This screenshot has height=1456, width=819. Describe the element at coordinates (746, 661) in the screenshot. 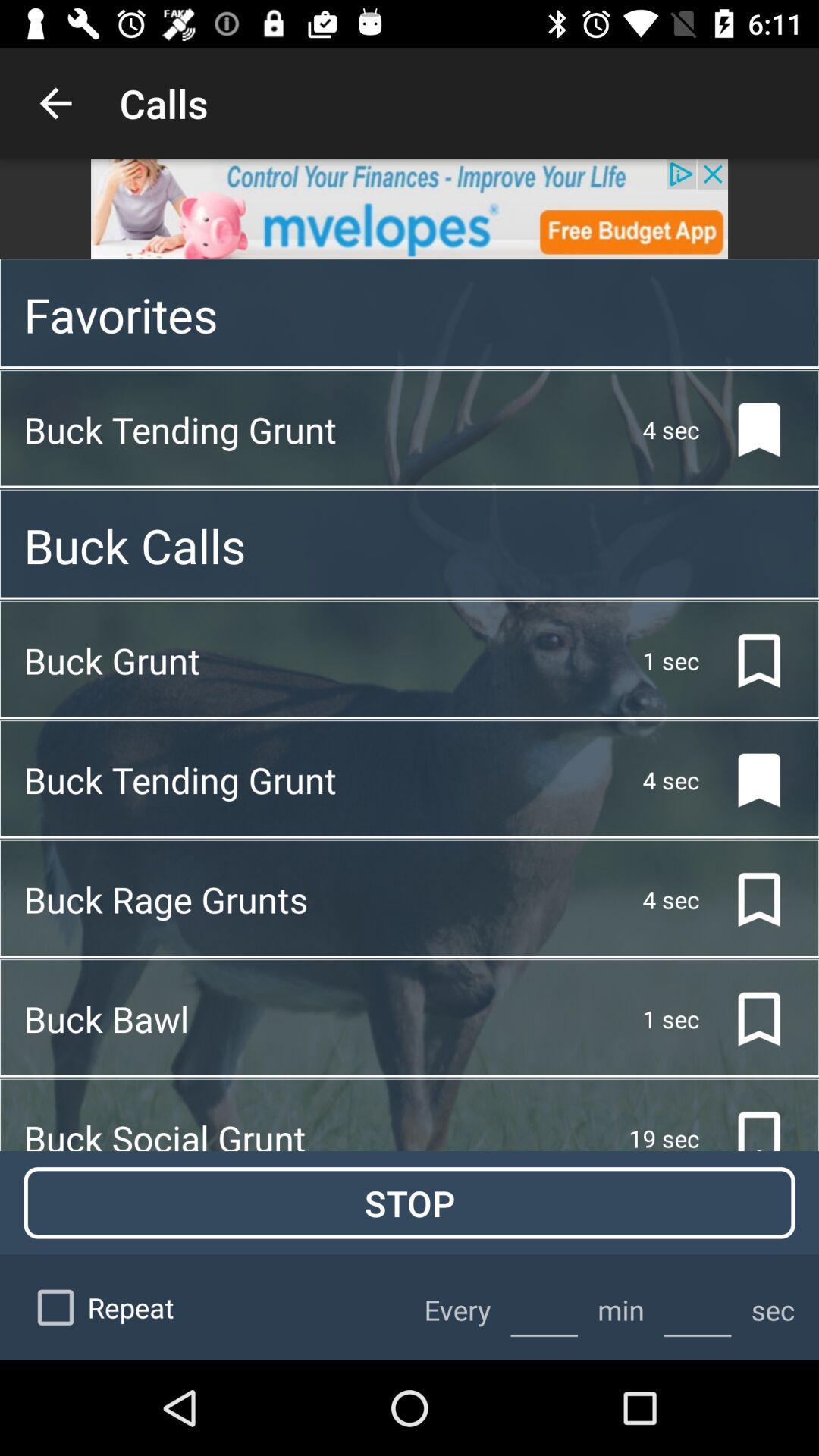

I see `the bookmark icon` at that location.